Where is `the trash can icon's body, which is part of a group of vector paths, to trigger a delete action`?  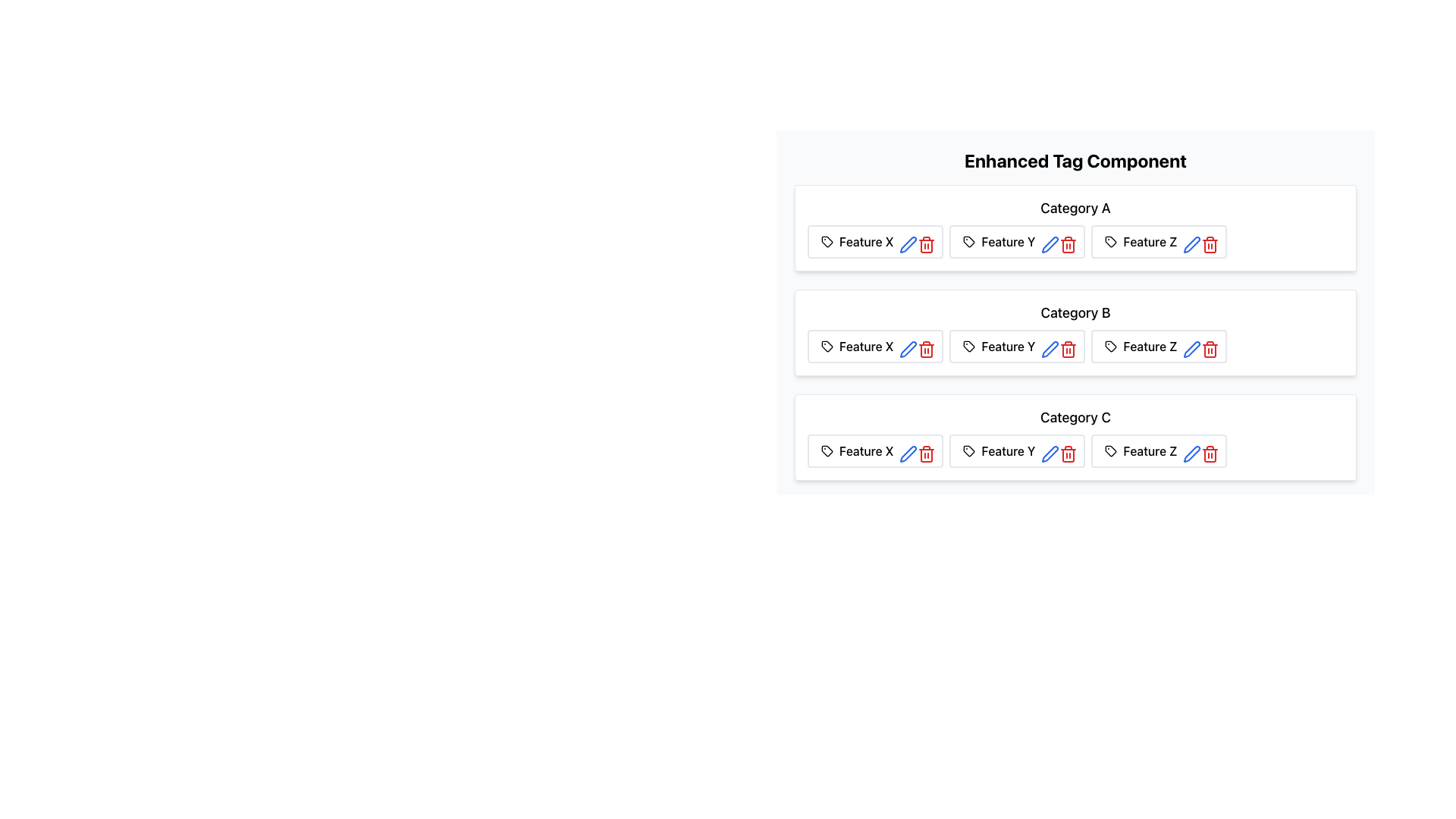 the trash can icon's body, which is part of a group of vector paths, to trigger a delete action is located at coordinates (1210, 455).